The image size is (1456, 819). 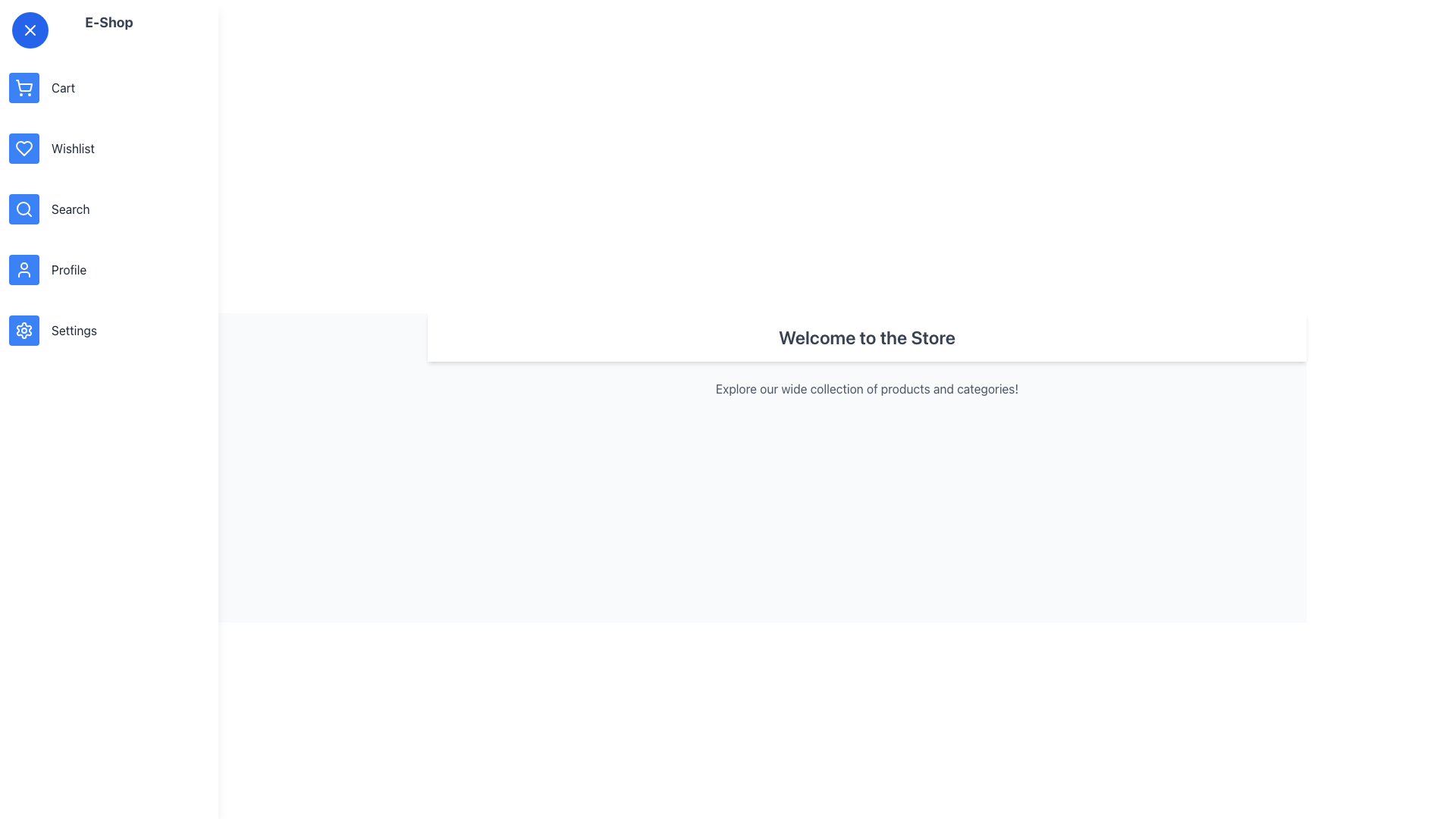 What do you see at coordinates (24, 329) in the screenshot?
I see `the 'Settings' gear icon located at the bottom of the sidebar, beneath the 'Profile' element` at bounding box center [24, 329].